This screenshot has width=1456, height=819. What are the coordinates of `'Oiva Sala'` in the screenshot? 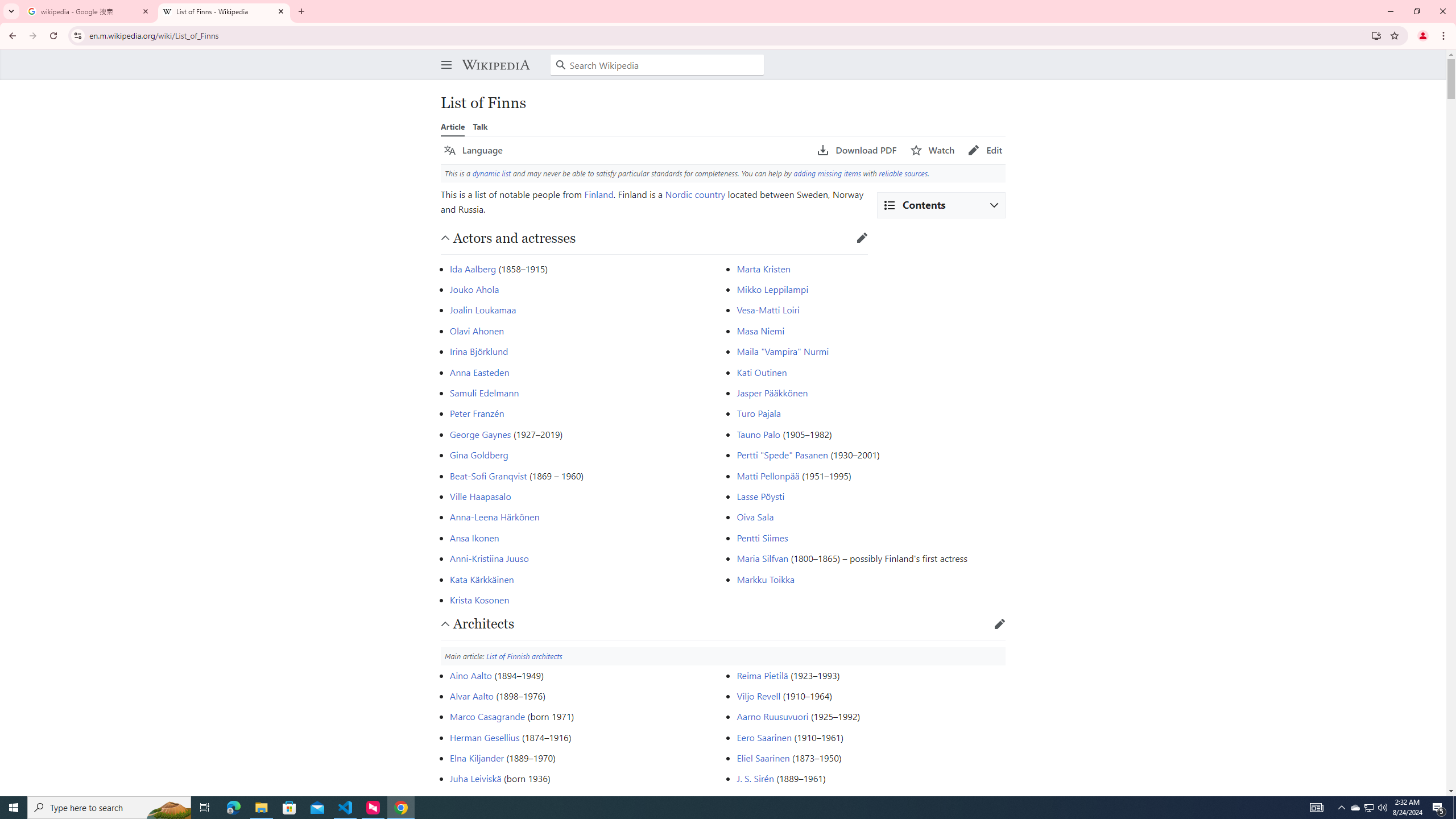 It's located at (755, 516).